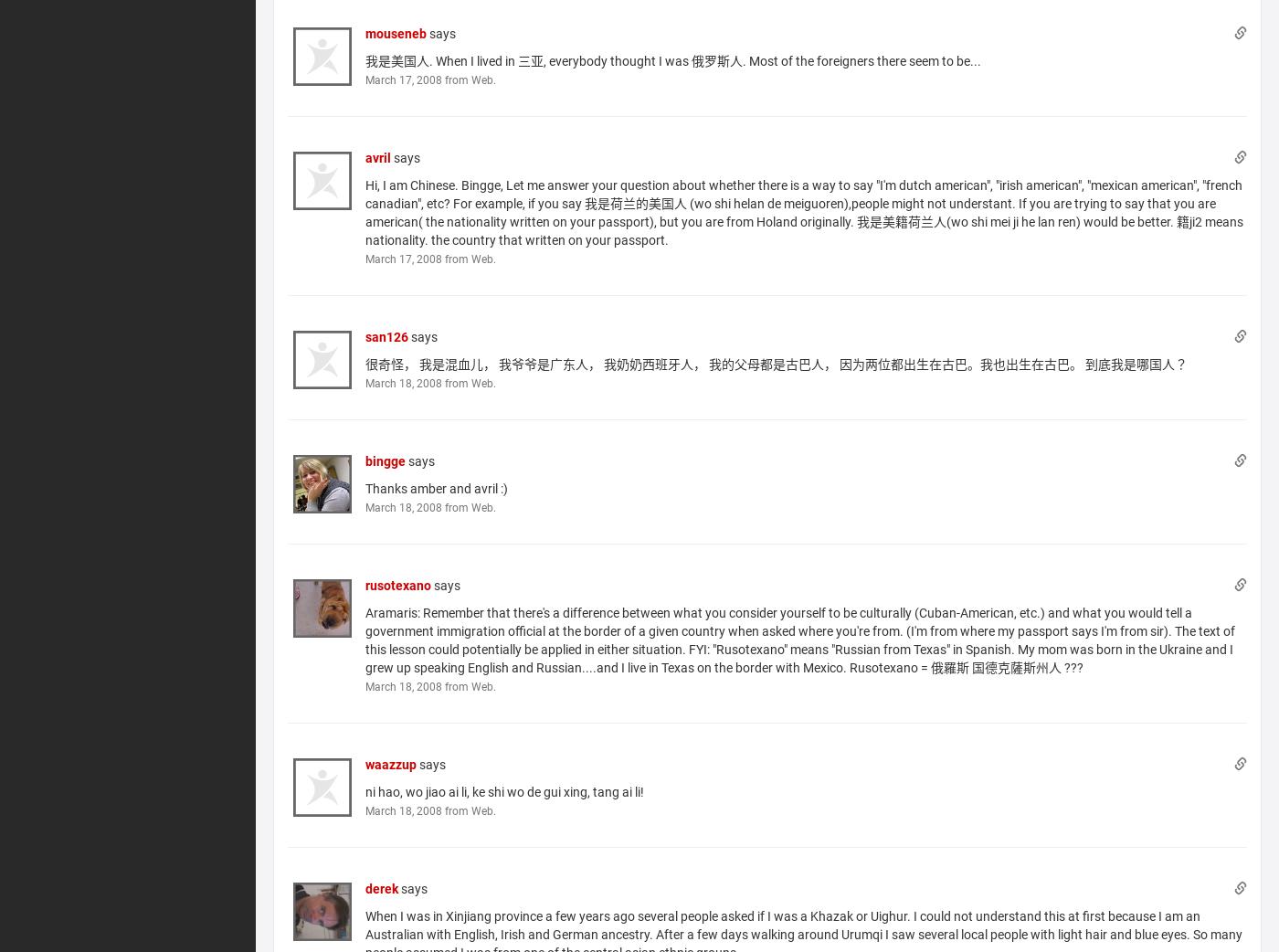  I want to click on 'san126', so click(386, 335).